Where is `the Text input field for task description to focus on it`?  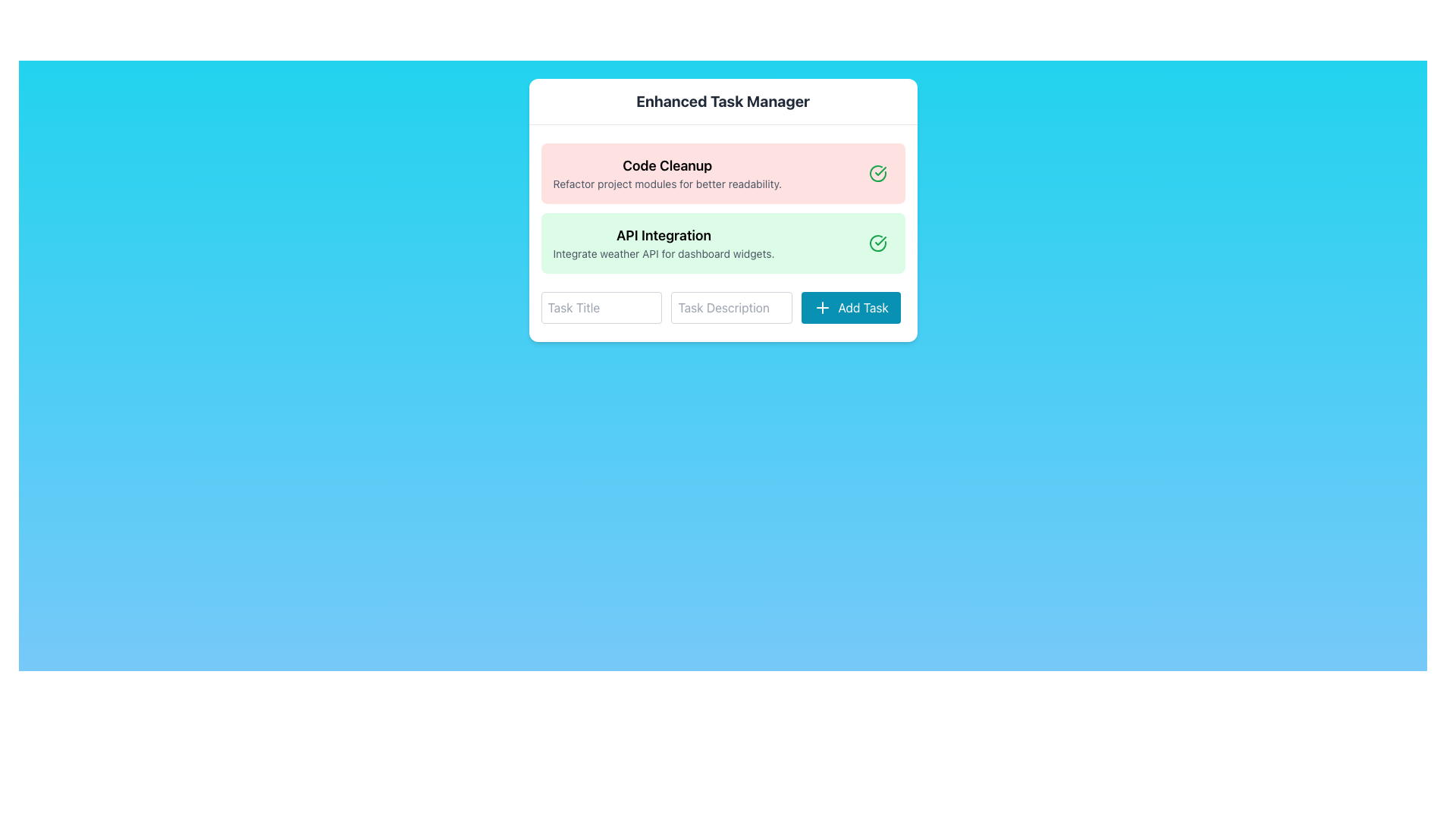
the Text input field for task description to focus on it is located at coordinates (732, 307).